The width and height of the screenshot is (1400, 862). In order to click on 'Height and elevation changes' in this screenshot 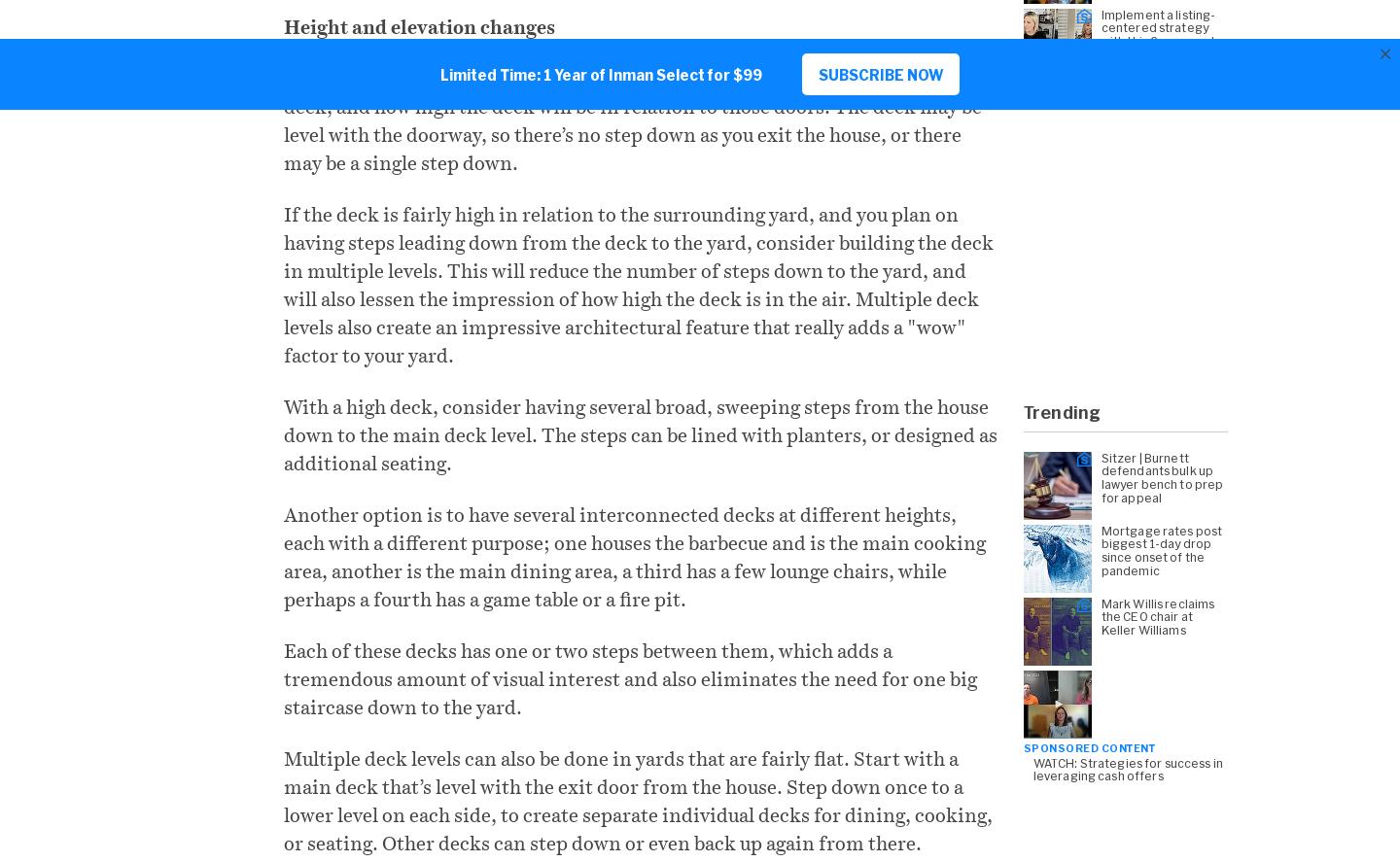, I will do `click(419, 27)`.